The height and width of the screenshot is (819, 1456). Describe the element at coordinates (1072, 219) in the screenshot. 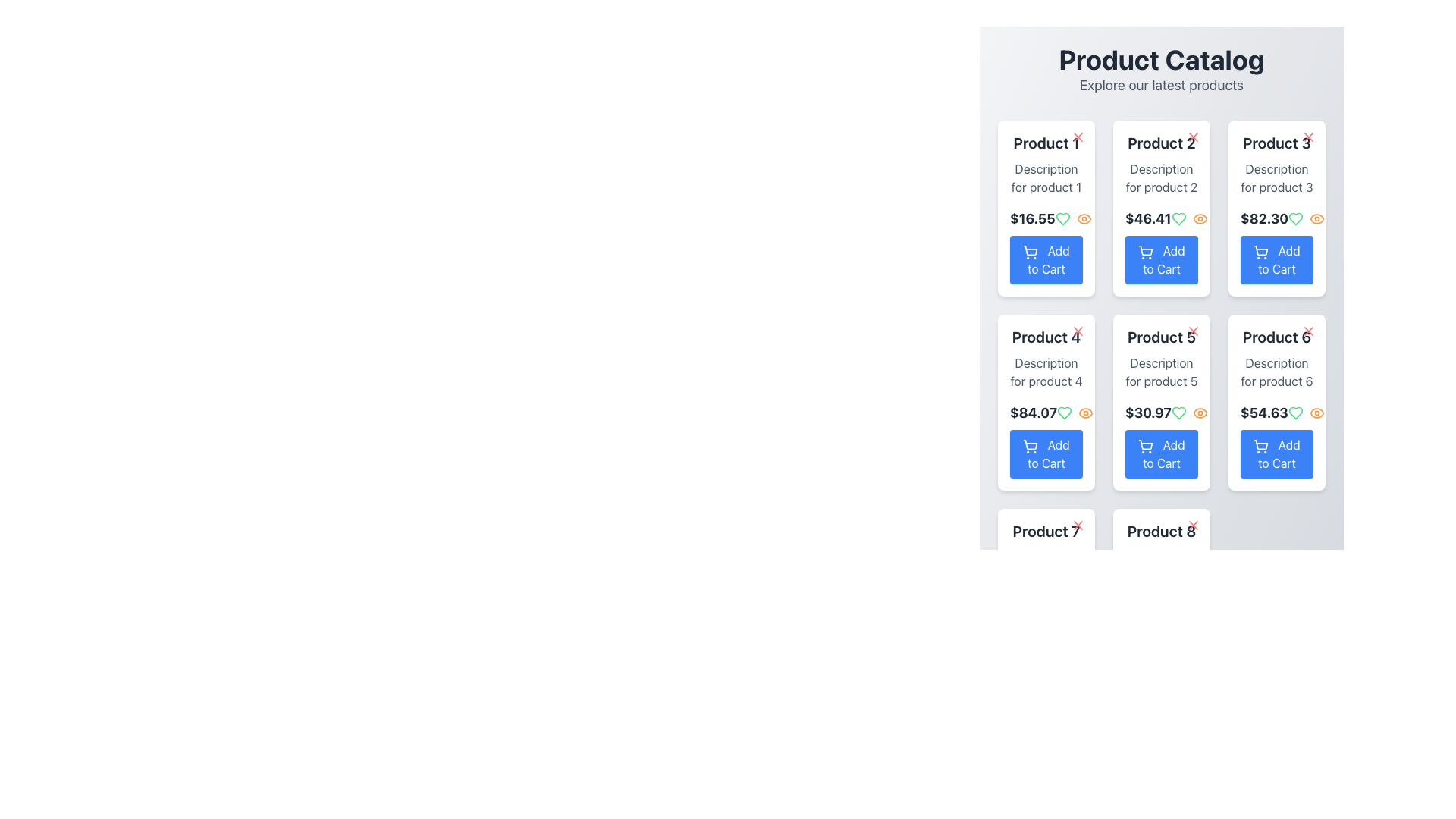

I see `the orange eye icon in the Interactive Icon Group located beneath the product price of '$16.55' for 'Product 1'` at that location.